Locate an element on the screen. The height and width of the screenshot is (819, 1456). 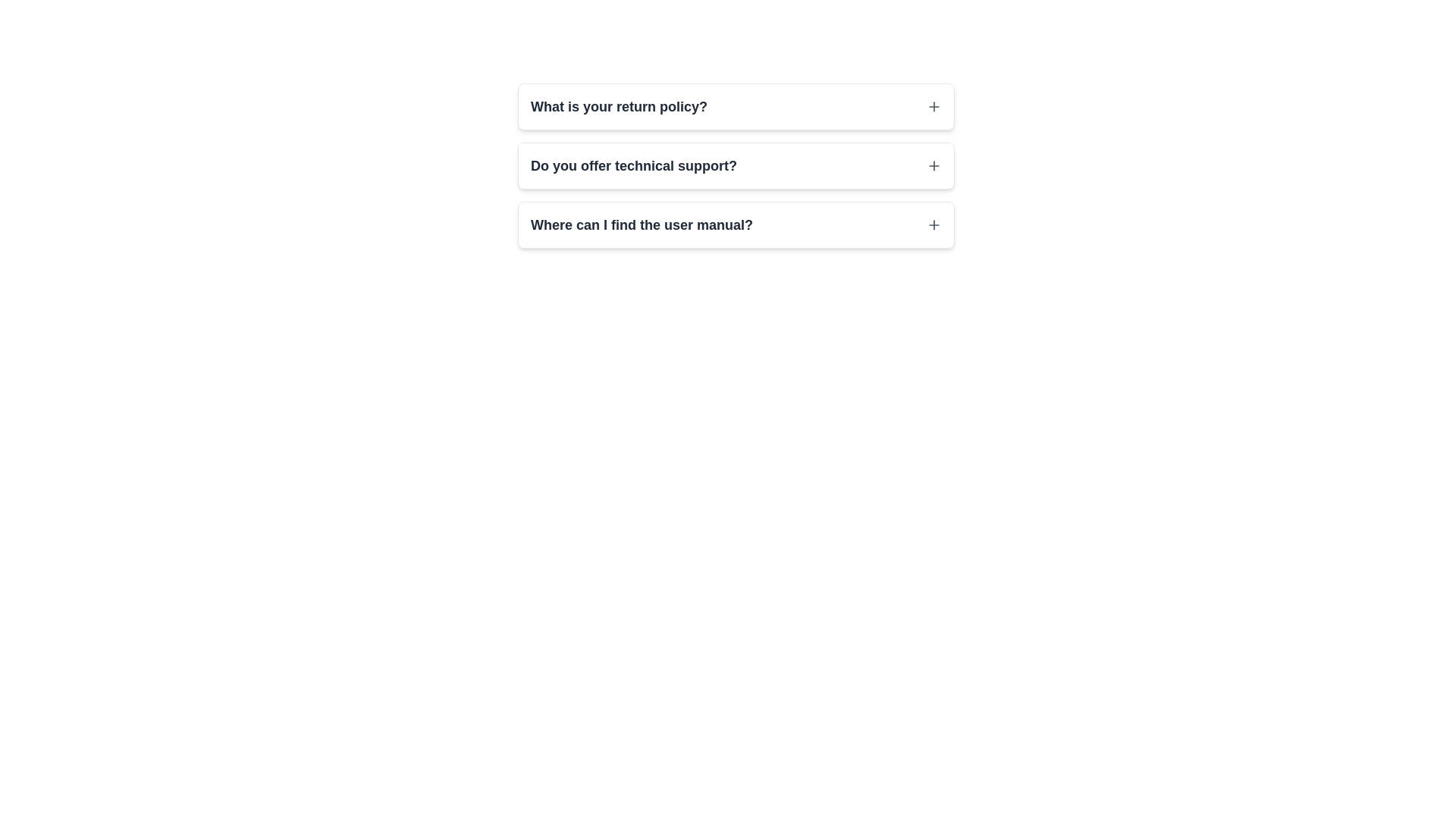
the text label displaying 'Where can I find the user manual?' for accessibility navigation is located at coordinates (642, 225).